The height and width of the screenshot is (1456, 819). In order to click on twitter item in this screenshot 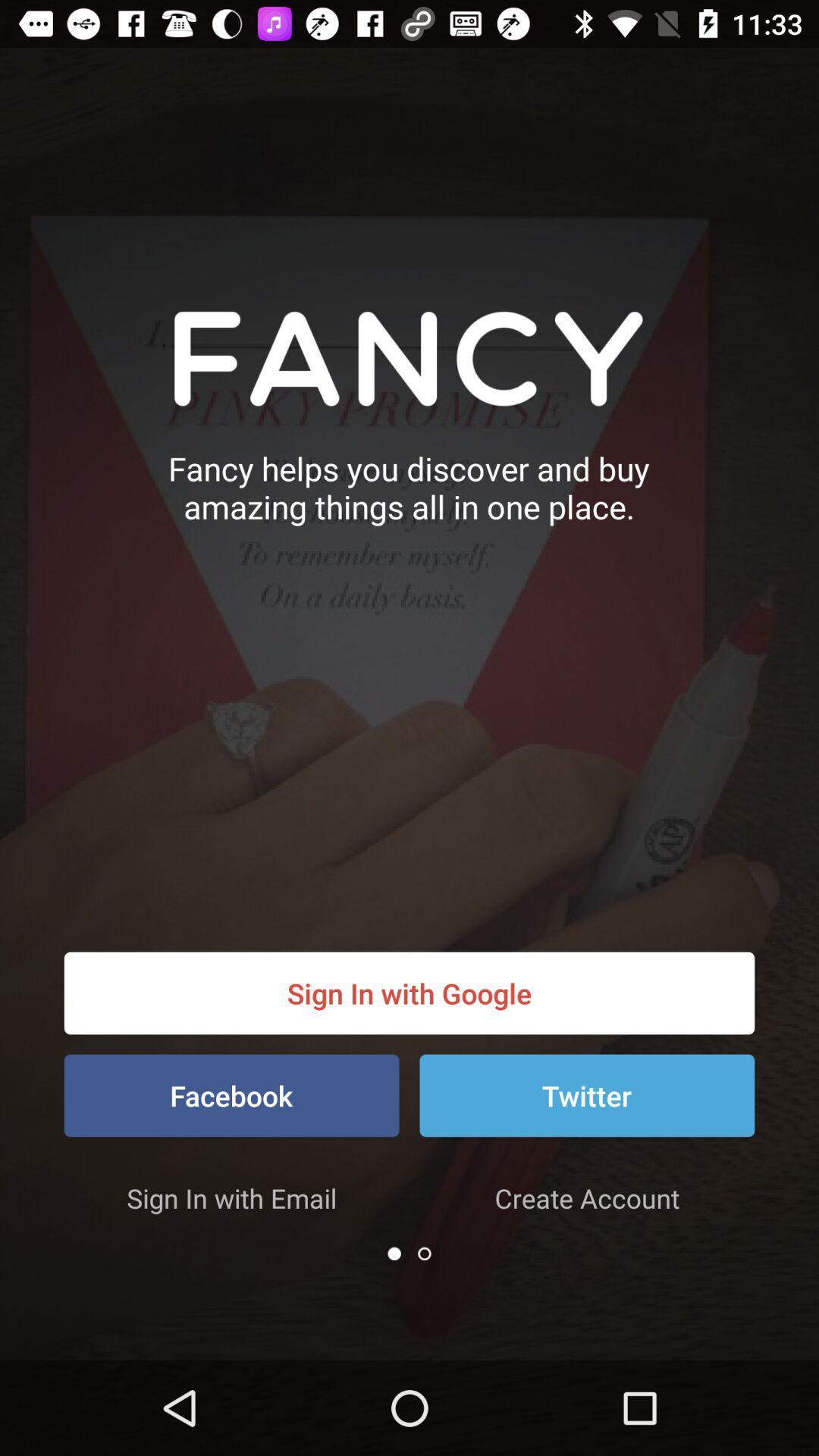, I will do `click(586, 1095)`.